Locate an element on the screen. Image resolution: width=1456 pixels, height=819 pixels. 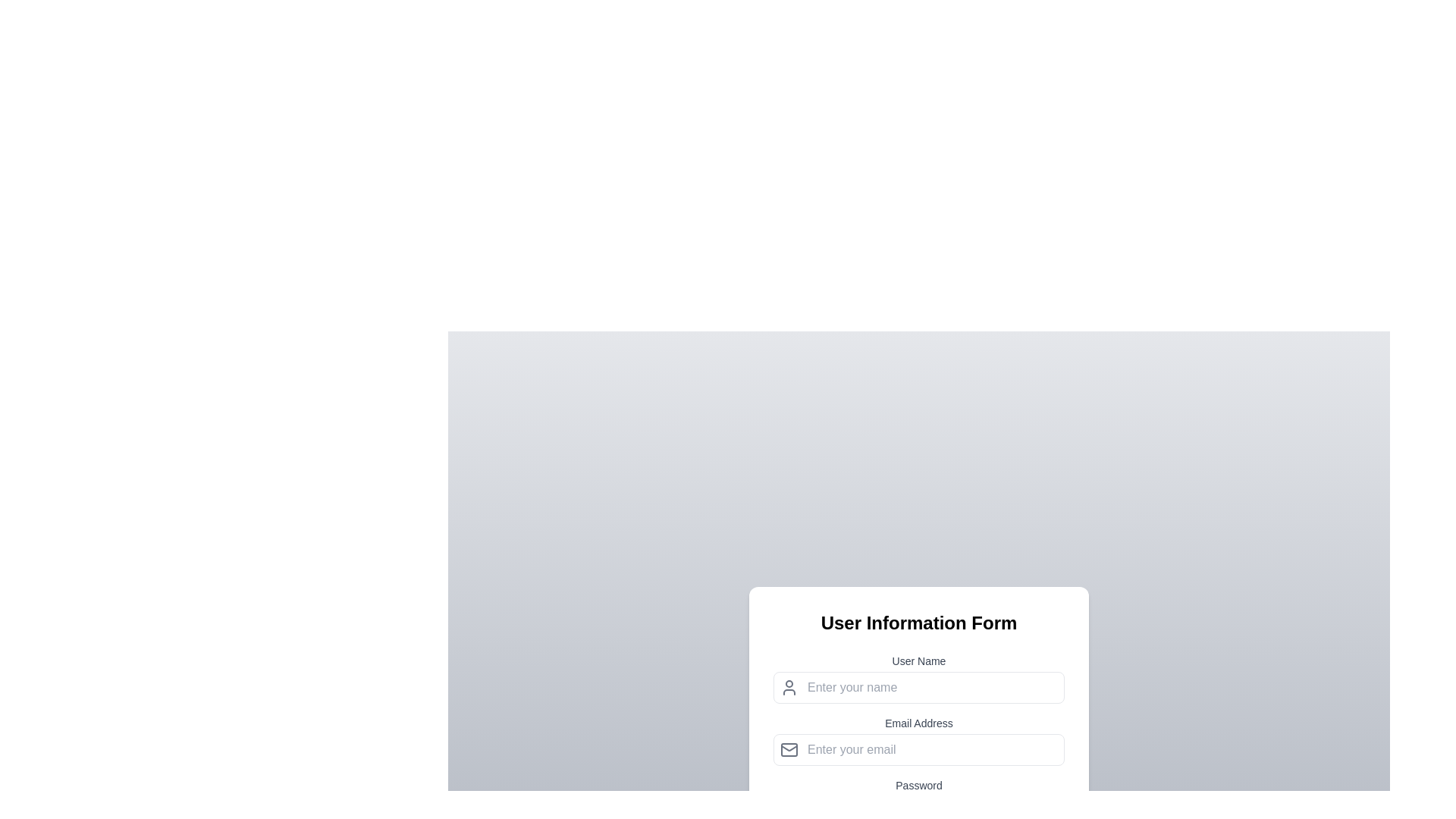
the user profile icon, which is a gray circular icon with a head and shoulders design, located to the left of the 'User Name' text input field is located at coordinates (789, 687).